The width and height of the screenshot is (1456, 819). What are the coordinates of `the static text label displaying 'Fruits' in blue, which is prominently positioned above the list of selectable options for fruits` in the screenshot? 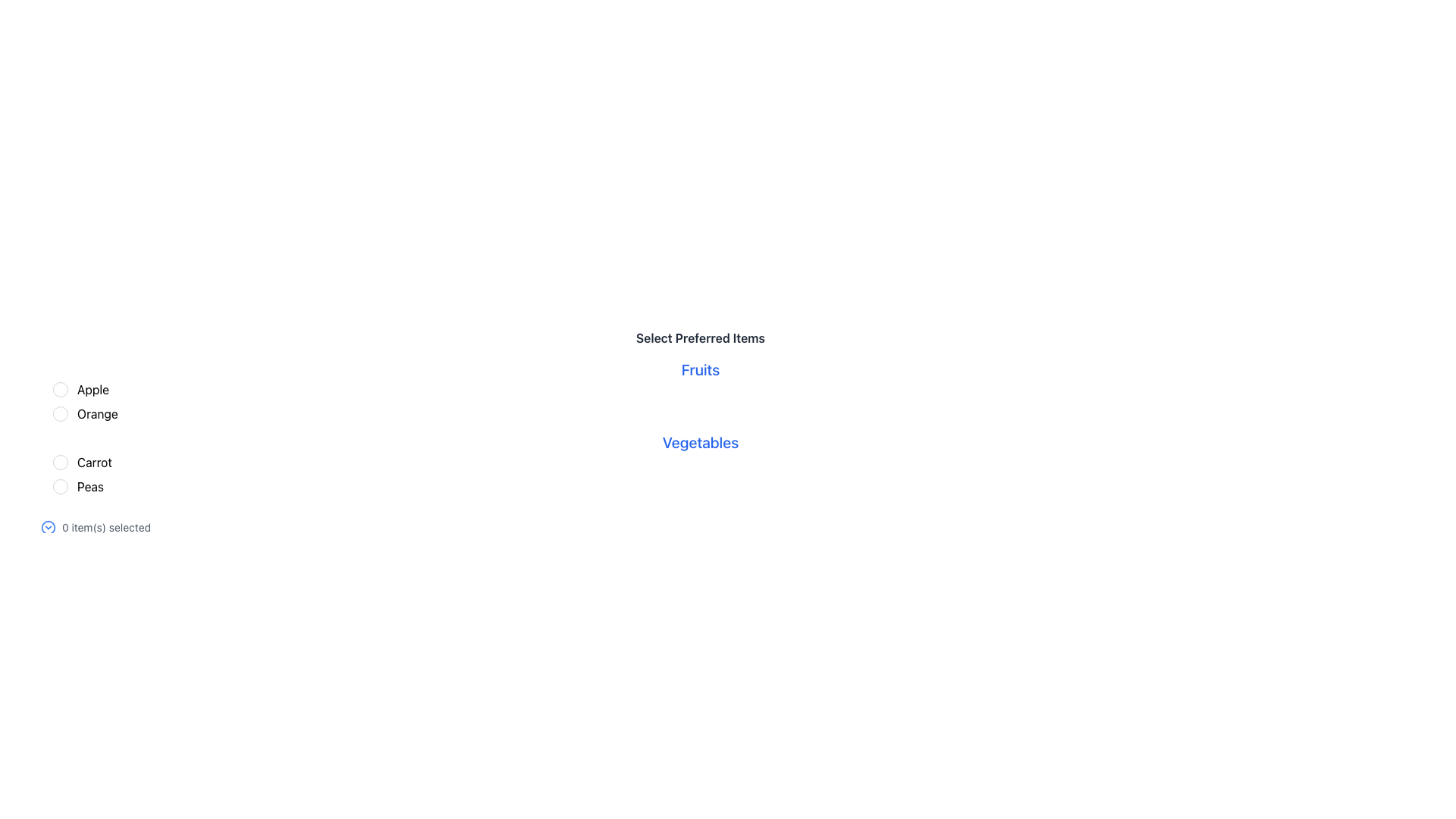 It's located at (700, 370).